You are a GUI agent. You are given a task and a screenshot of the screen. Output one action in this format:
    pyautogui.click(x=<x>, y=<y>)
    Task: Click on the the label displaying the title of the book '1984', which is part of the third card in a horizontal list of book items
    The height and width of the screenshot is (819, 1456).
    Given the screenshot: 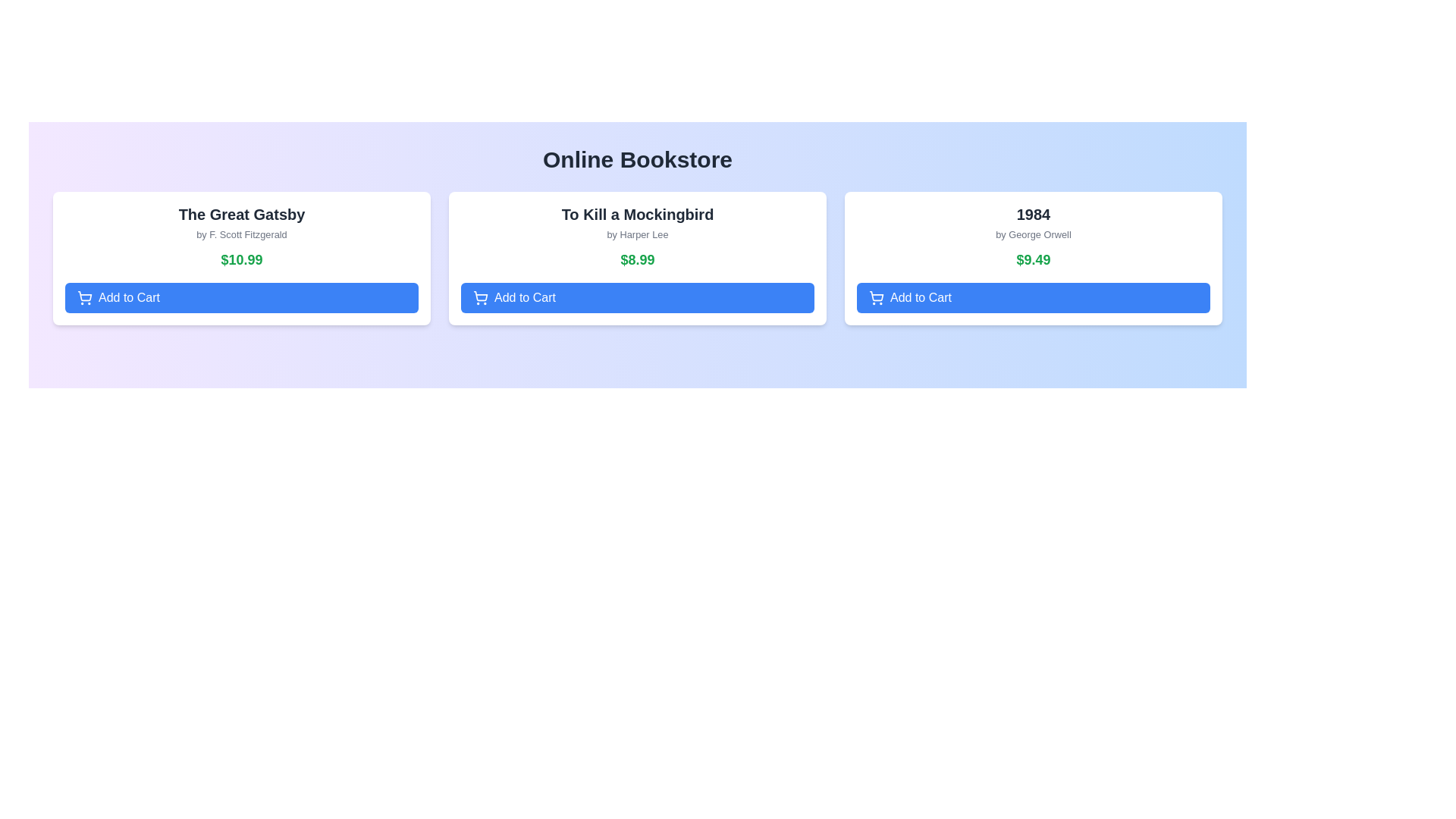 What is the action you would take?
    pyautogui.click(x=1033, y=214)
    